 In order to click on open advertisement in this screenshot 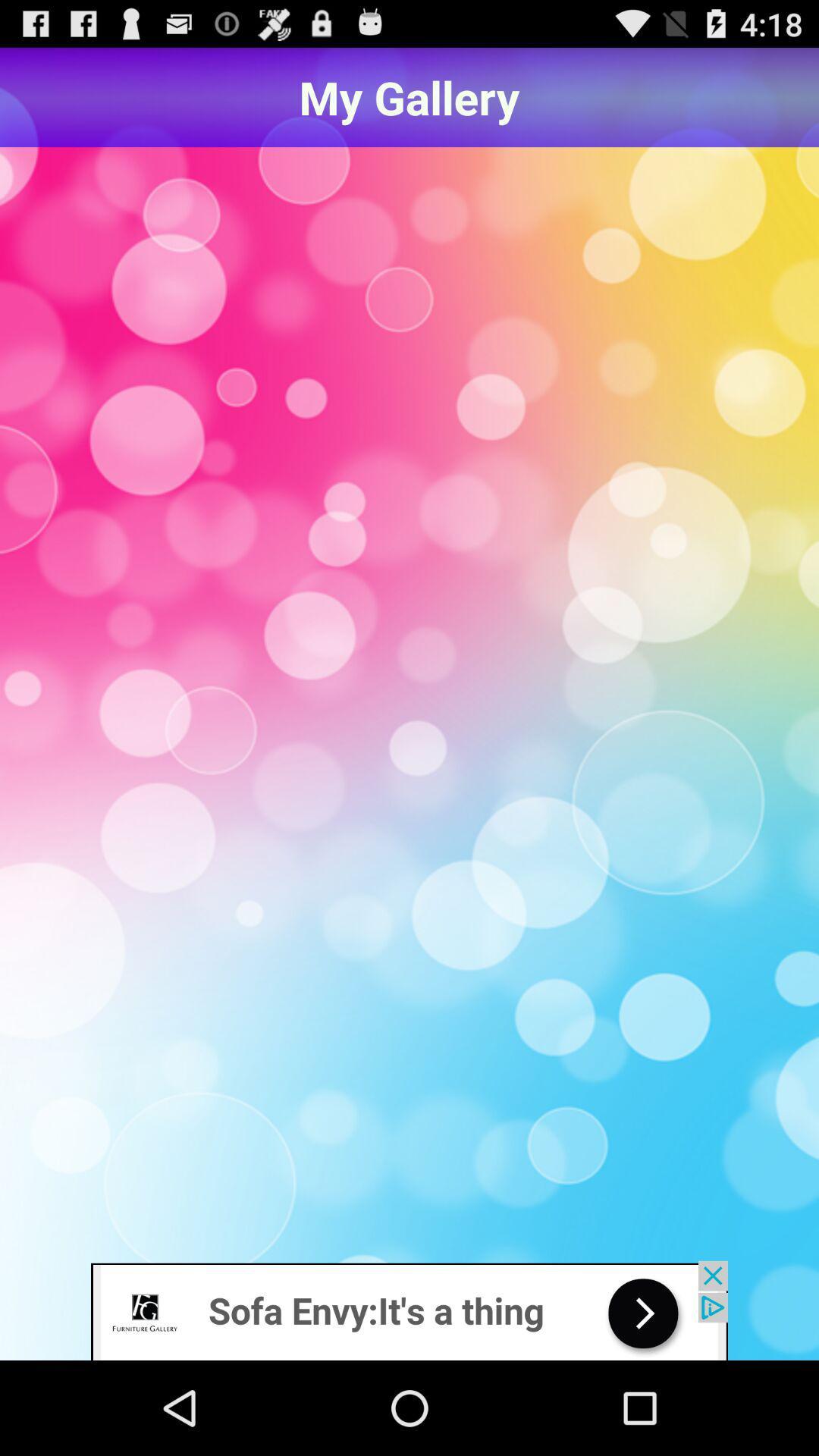, I will do `click(409, 1310)`.